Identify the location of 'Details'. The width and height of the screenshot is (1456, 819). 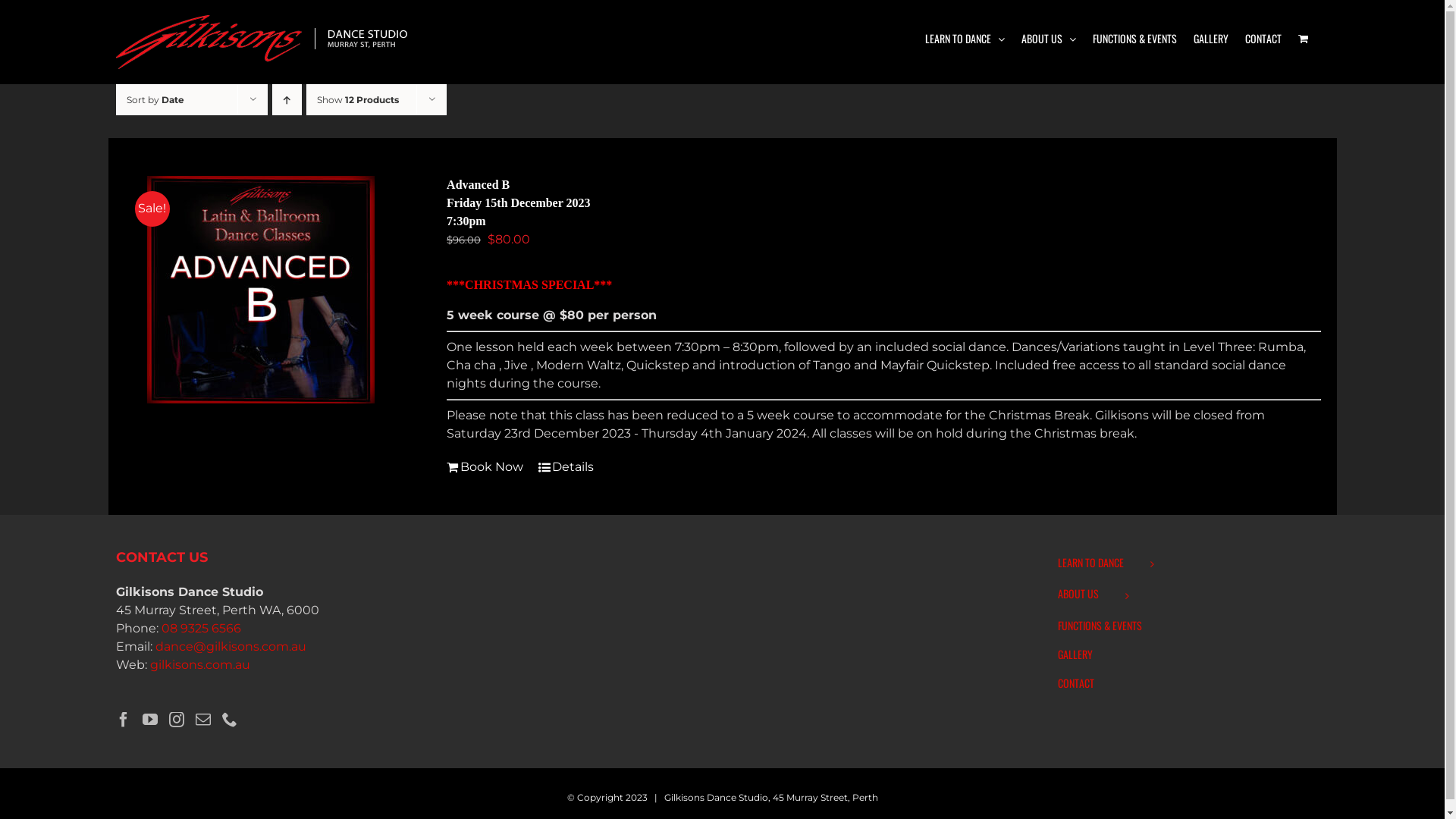
(565, 466).